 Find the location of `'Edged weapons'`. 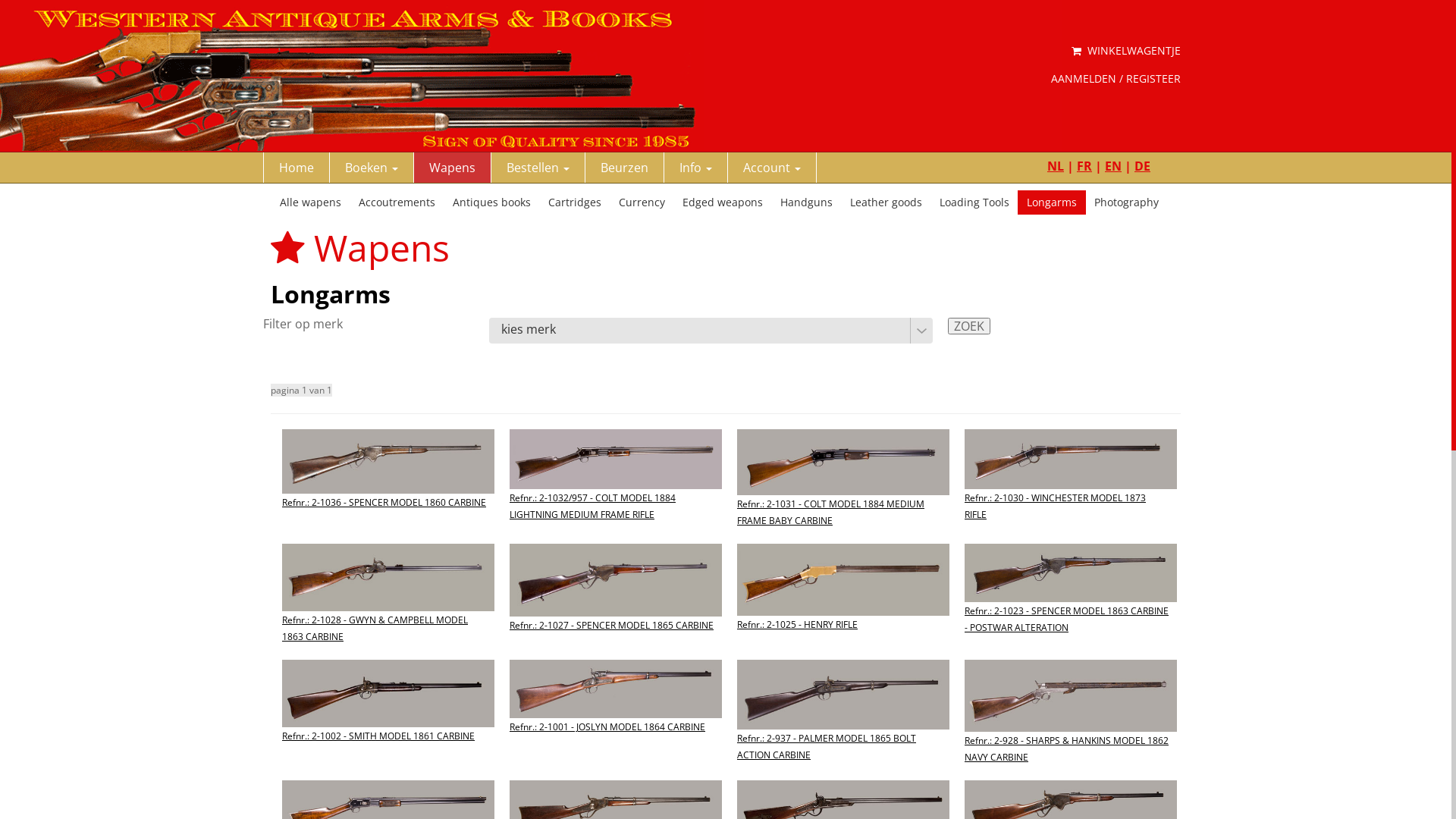

'Edged weapons' is located at coordinates (722, 201).